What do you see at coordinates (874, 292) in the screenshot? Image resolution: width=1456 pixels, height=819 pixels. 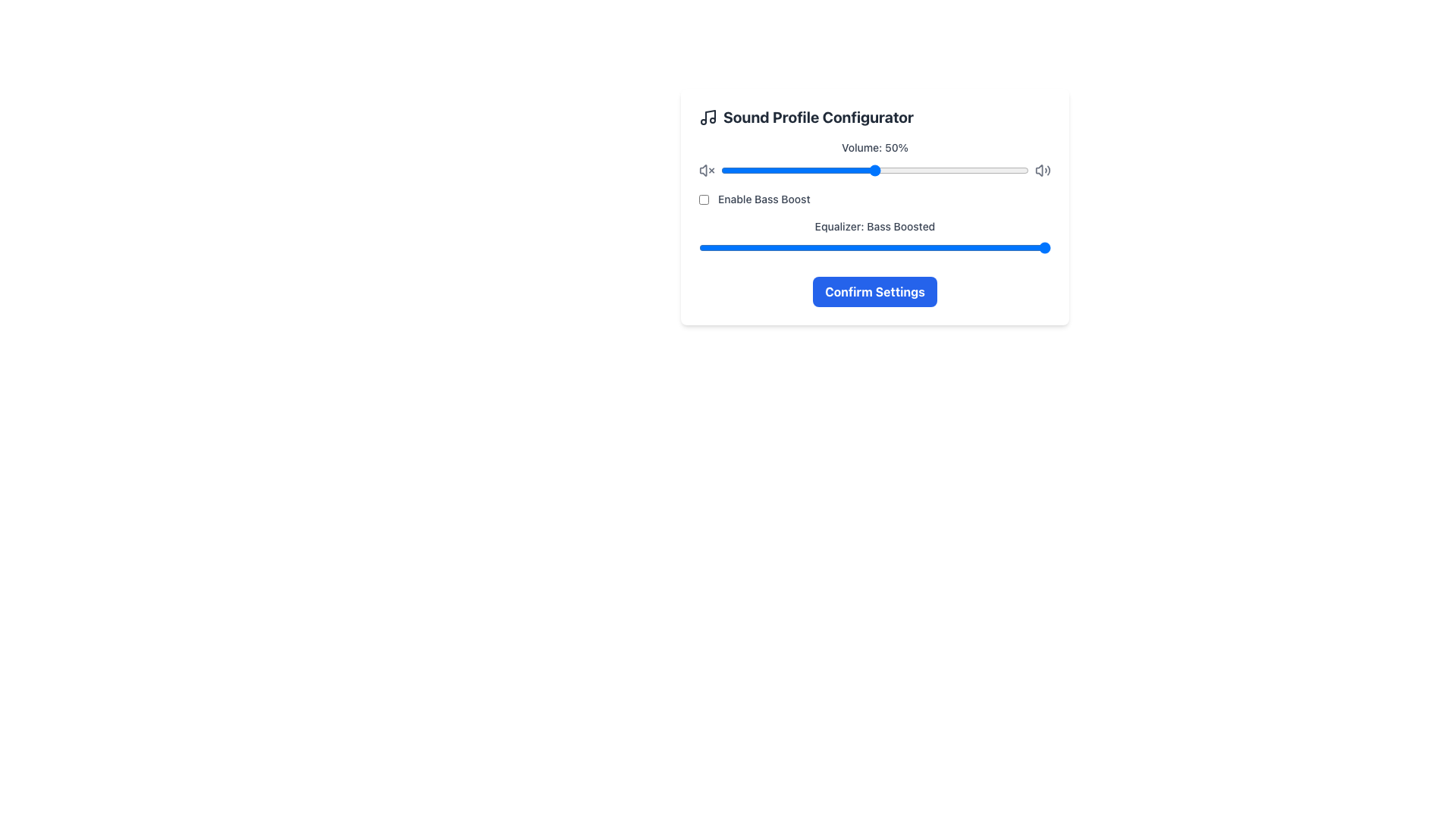 I see `the 'Confirm Settings' button with a blue background and bold white text located at the bottom of the 'Sound Profile Configurator' card to confirm the settings` at bounding box center [874, 292].